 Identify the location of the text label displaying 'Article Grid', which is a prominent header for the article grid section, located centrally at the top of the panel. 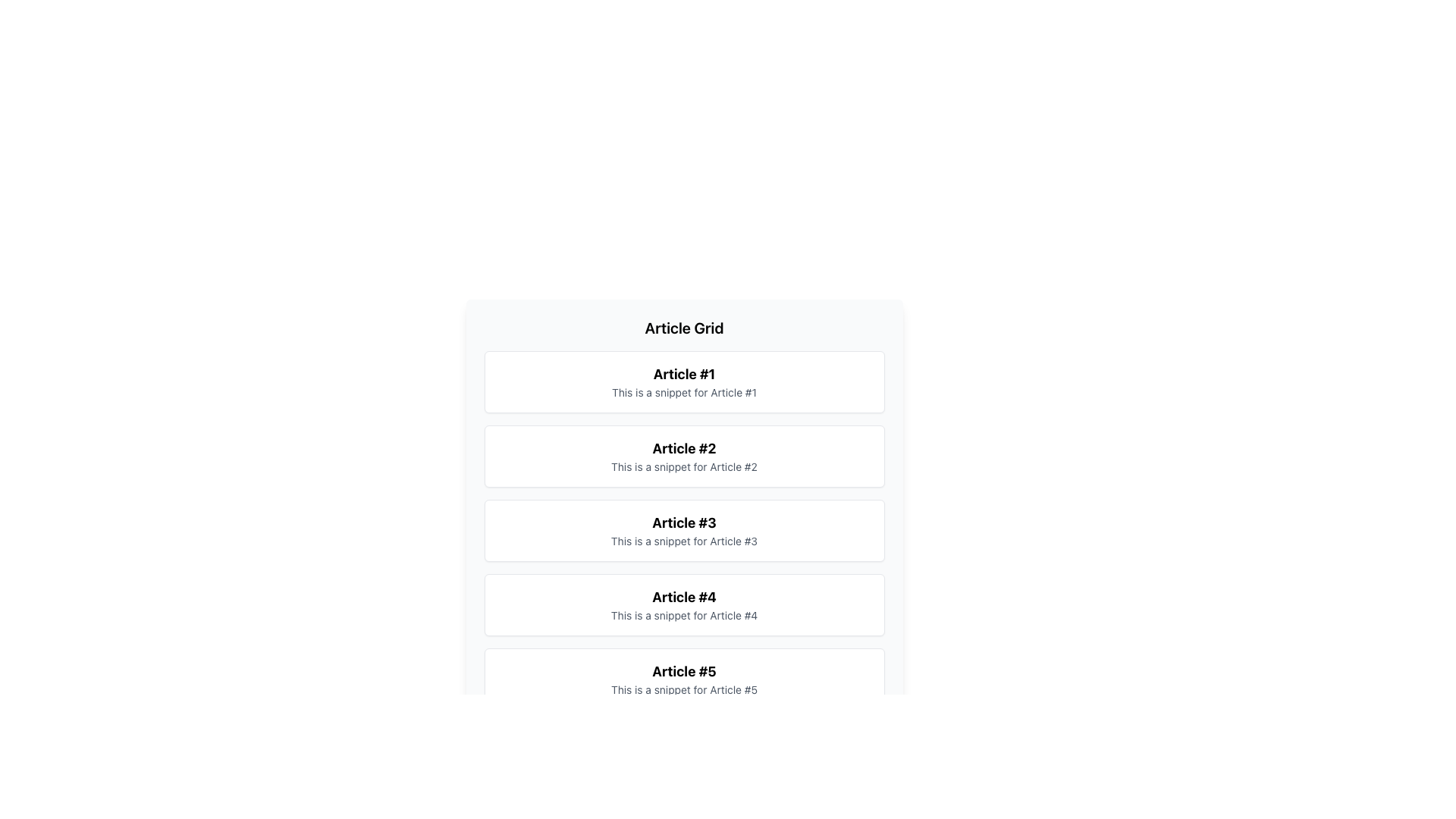
(683, 327).